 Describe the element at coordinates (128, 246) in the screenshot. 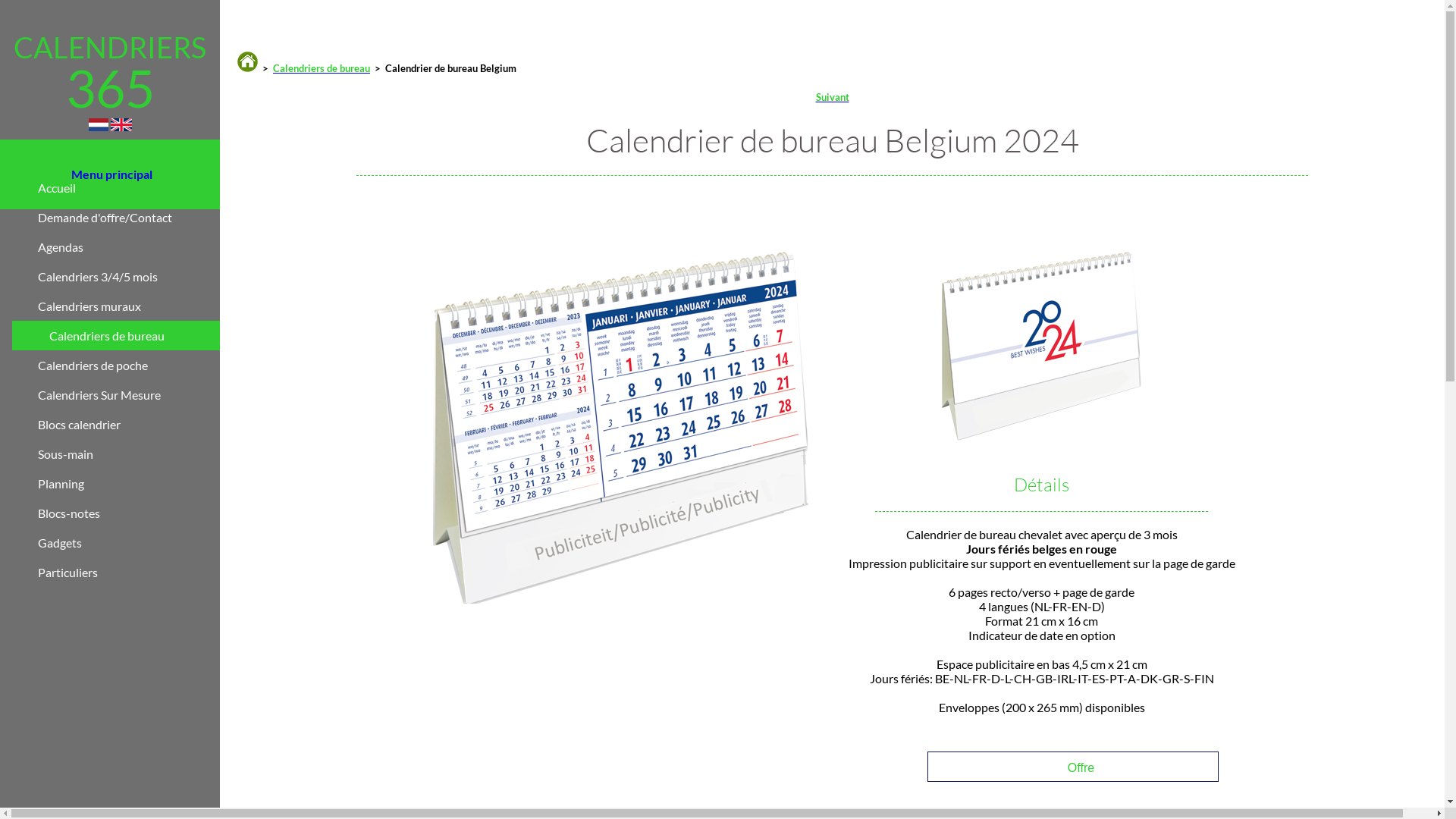

I see `'Agendas'` at that location.